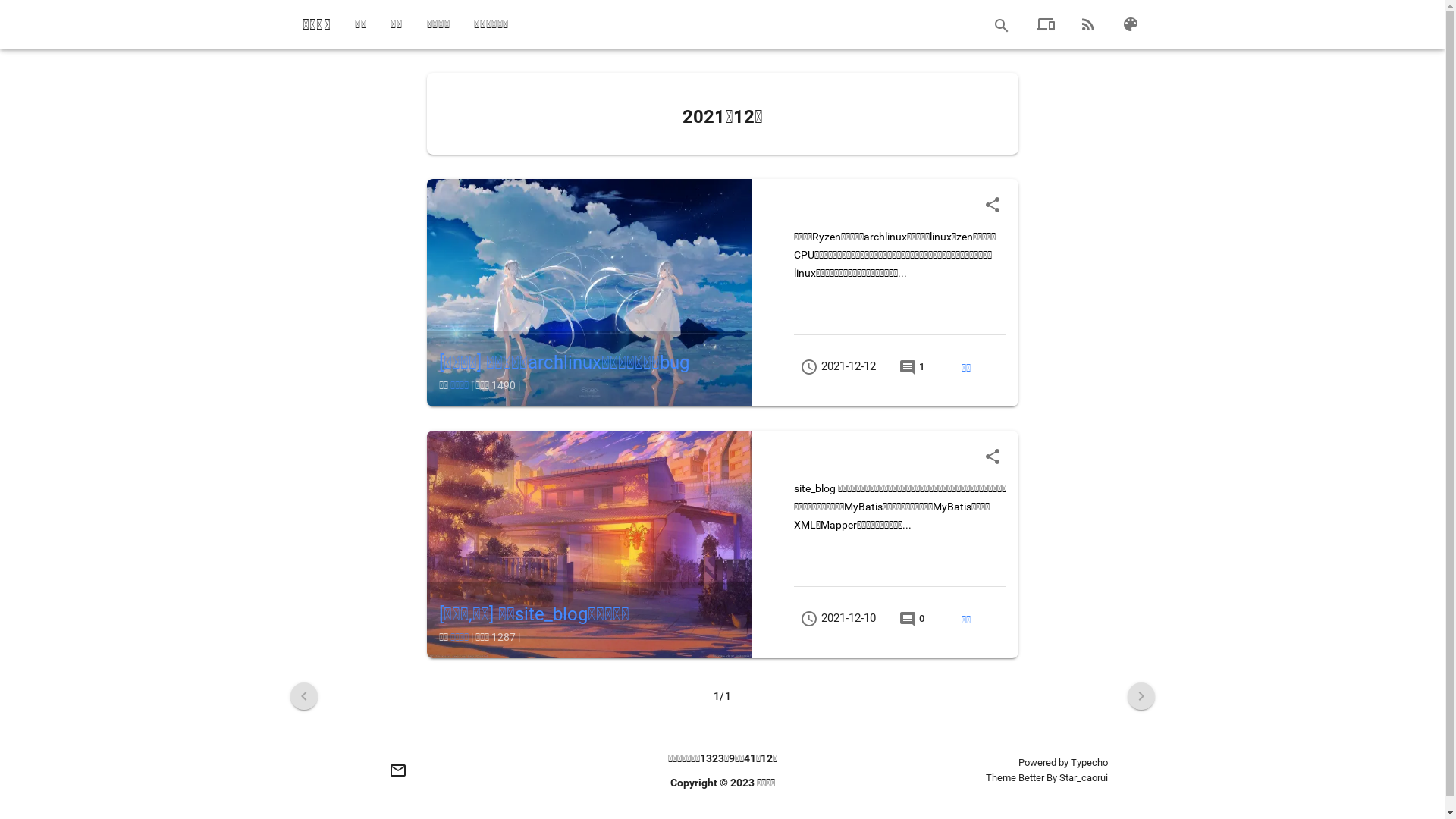 Image resolution: width=1456 pixels, height=819 pixels. Describe the element at coordinates (1001, 26) in the screenshot. I see `'search'` at that location.